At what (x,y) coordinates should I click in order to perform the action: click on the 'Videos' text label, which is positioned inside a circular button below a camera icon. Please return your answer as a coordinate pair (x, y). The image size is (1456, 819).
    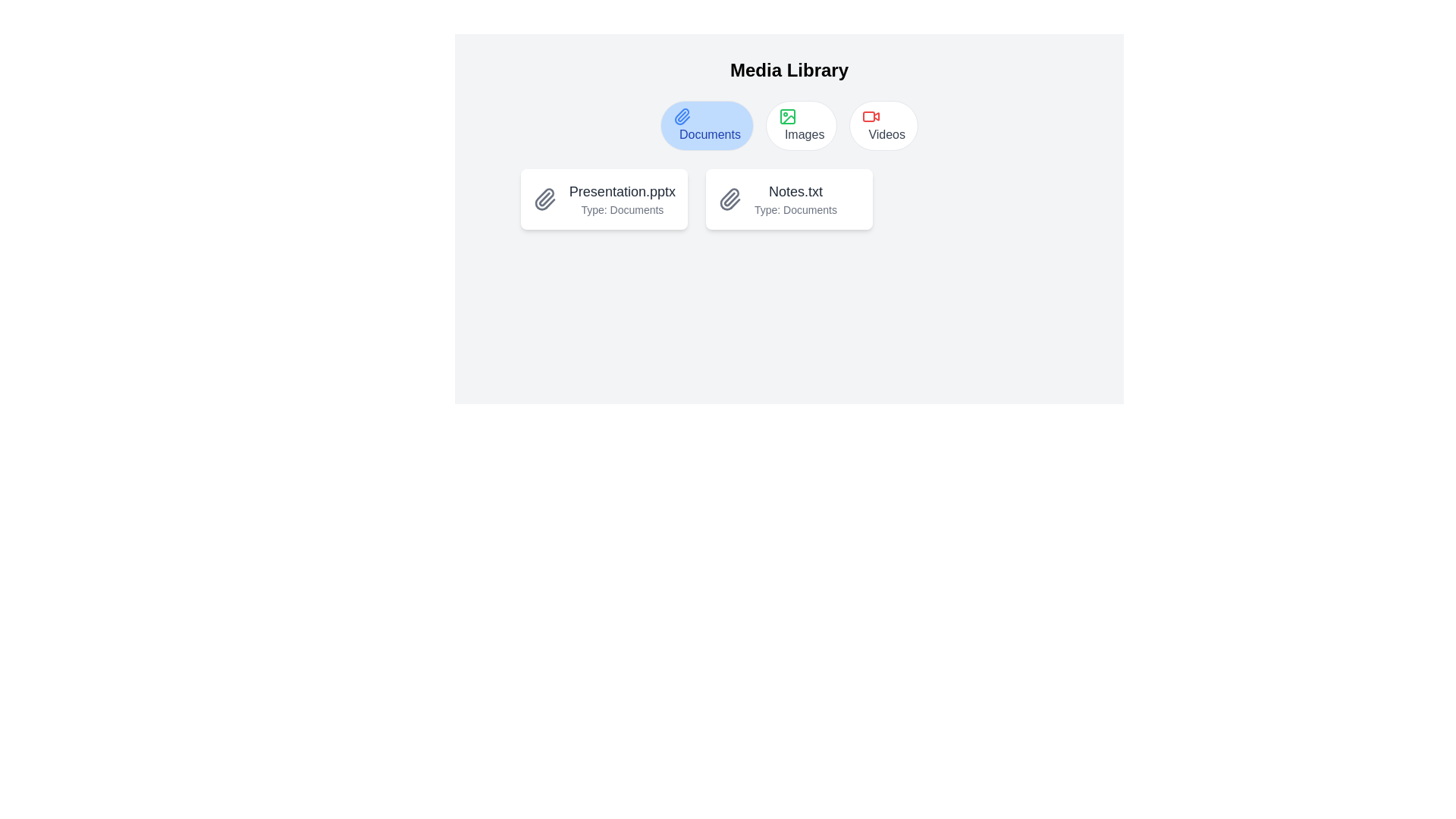
    Looking at the image, I should click on (886, 133).